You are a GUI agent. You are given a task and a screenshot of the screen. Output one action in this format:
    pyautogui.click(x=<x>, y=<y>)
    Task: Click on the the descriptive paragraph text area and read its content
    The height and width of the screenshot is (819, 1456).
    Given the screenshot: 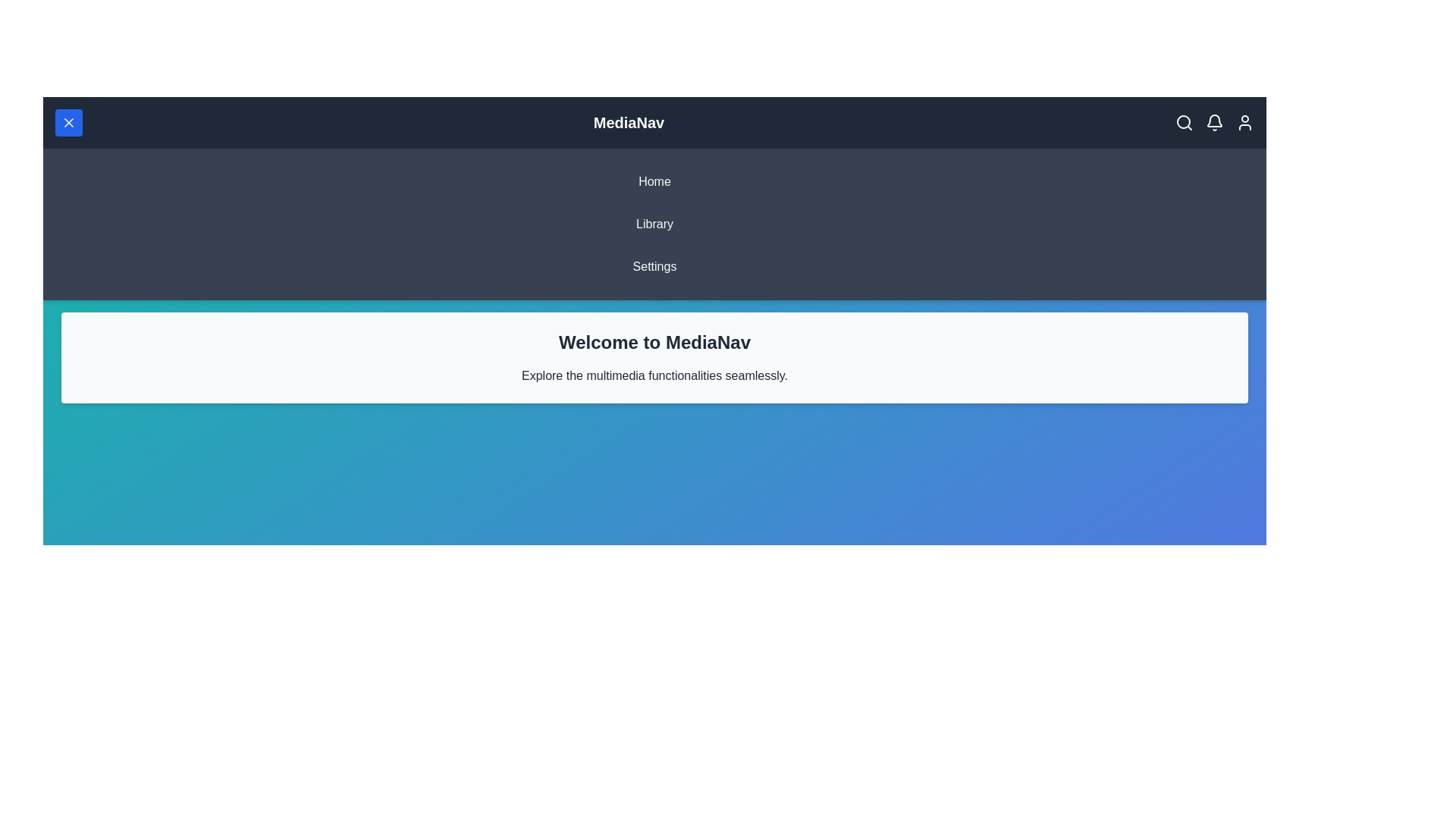 What is the action you would take?
    pyautogui.click(x=654, y=357)
    